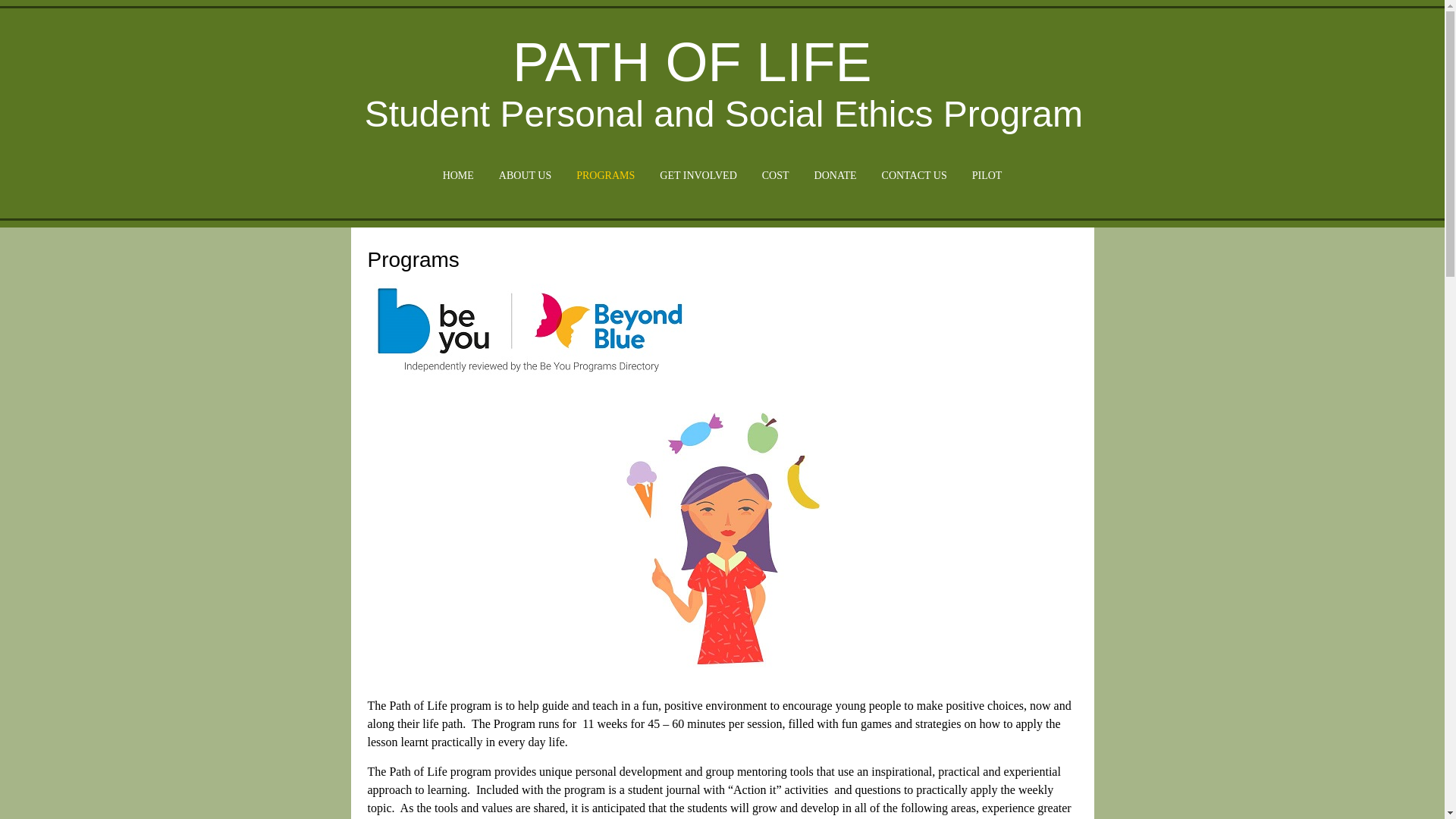 Image resolution: width=1456 pixels, height=819 pixels. Describe the element at coordinates (604, 174) in the screenshot. I see `'PROGRAMS'` at that location.